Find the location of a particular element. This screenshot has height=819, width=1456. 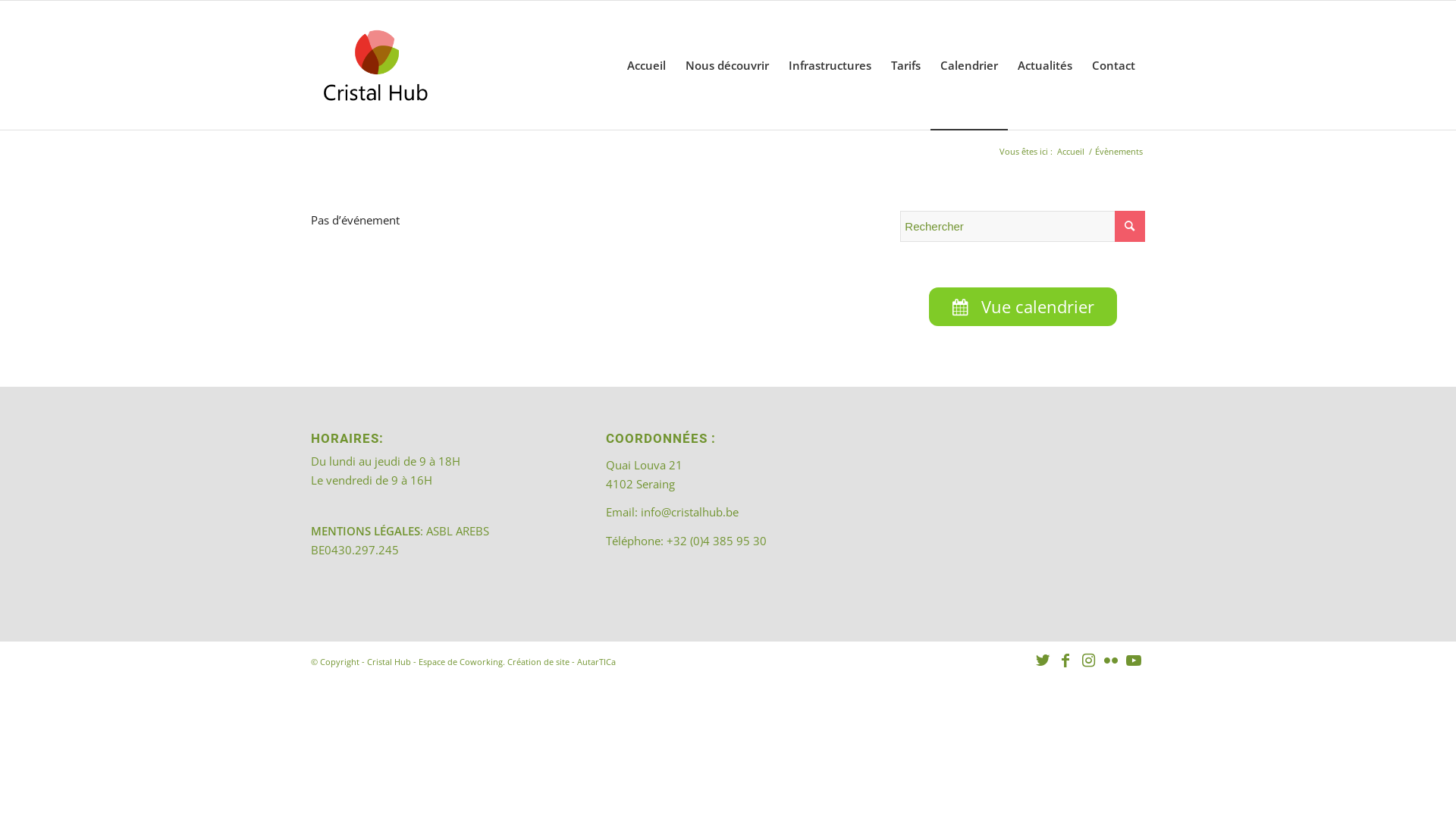

'info@cristalhub.be' is located at coordinates (689, 512).